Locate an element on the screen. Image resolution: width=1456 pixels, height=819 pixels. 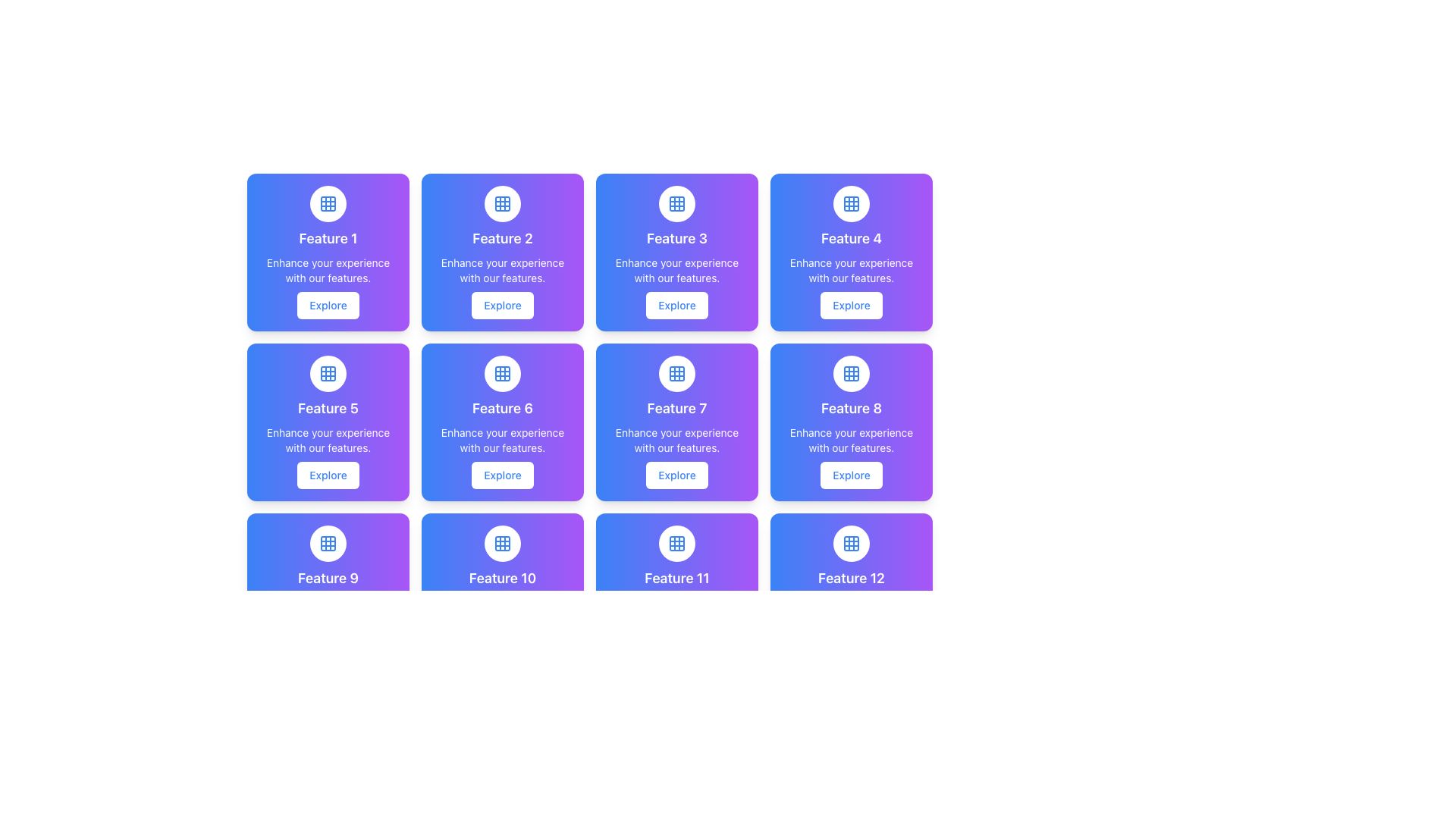
the 'Explore' button located at the bottom of the 'Feature 1' card is located at coordinates (327, 305).